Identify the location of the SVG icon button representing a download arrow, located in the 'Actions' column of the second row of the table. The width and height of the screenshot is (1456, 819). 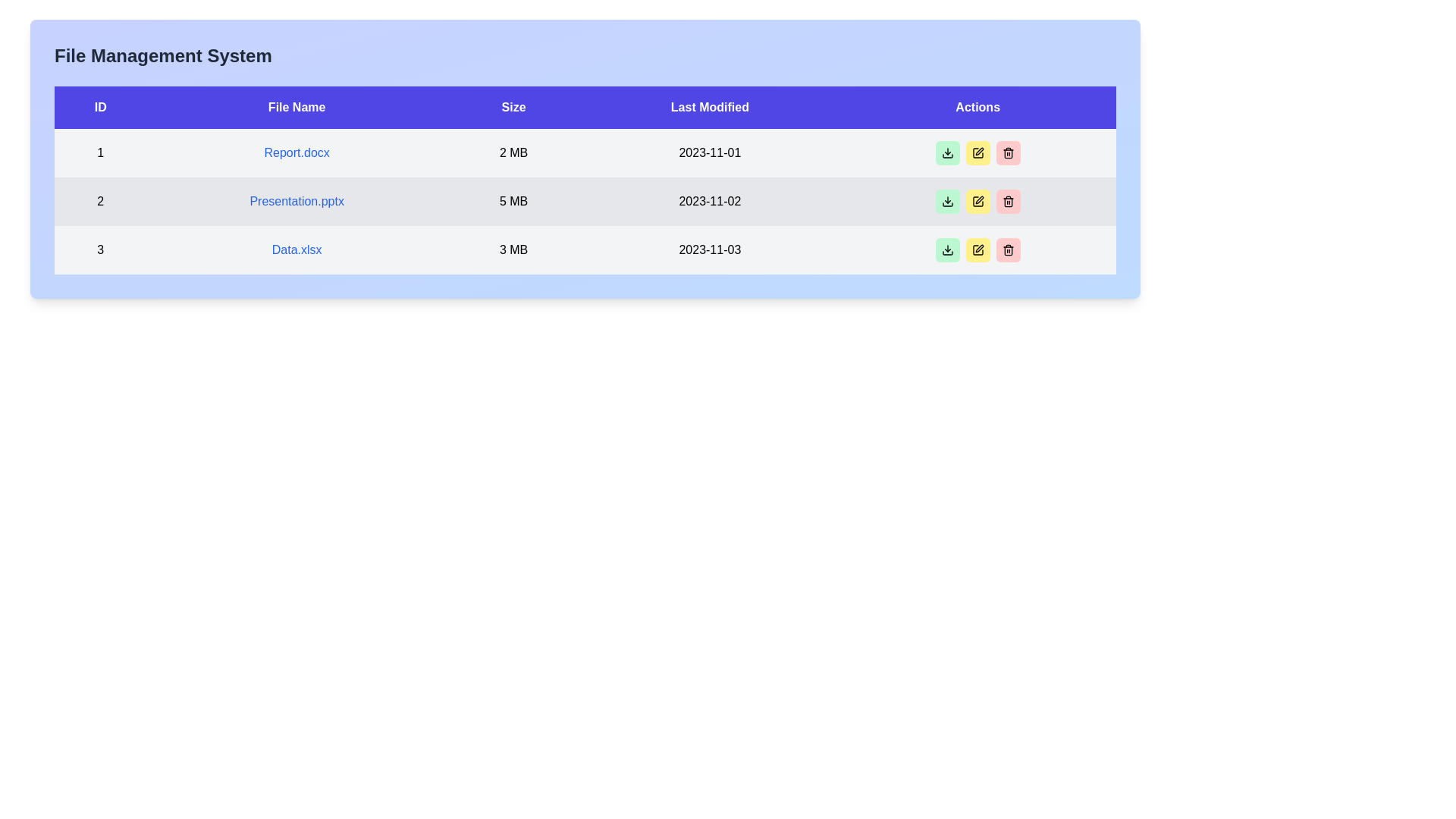
(946, 152).